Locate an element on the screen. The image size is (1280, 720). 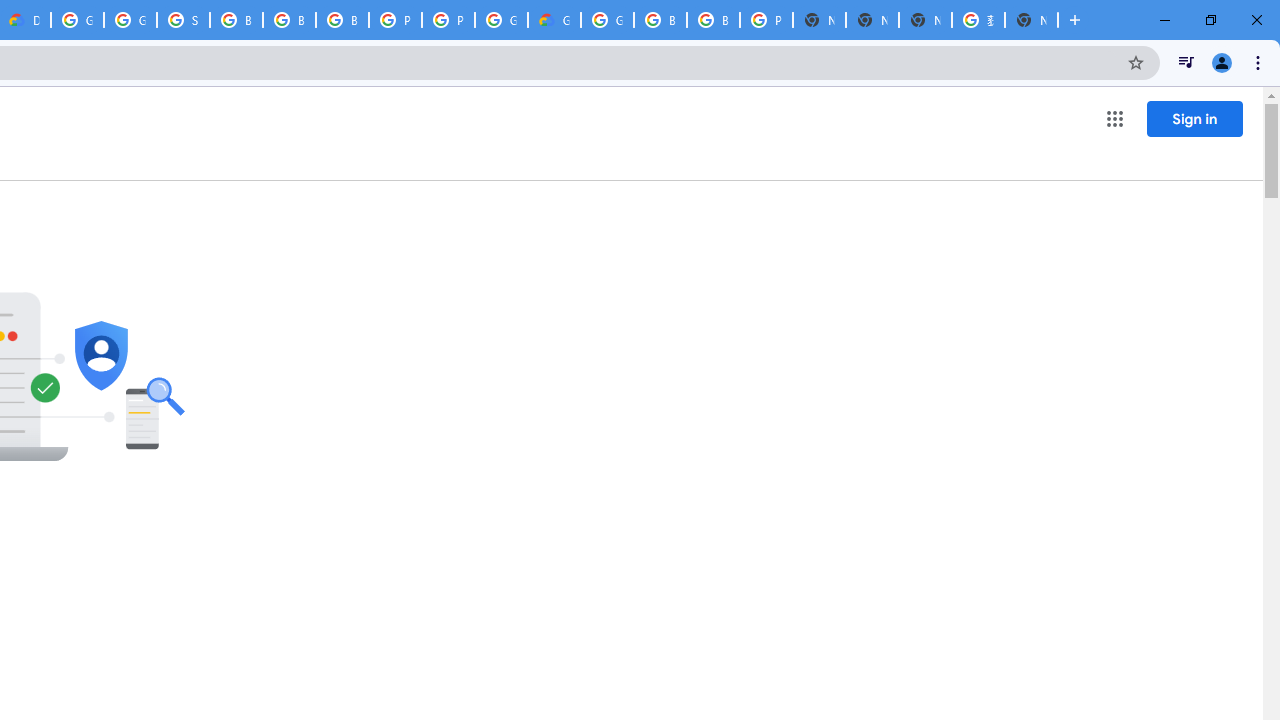
'Sign in - Google Accounts' is located at coordinates (183, 20).